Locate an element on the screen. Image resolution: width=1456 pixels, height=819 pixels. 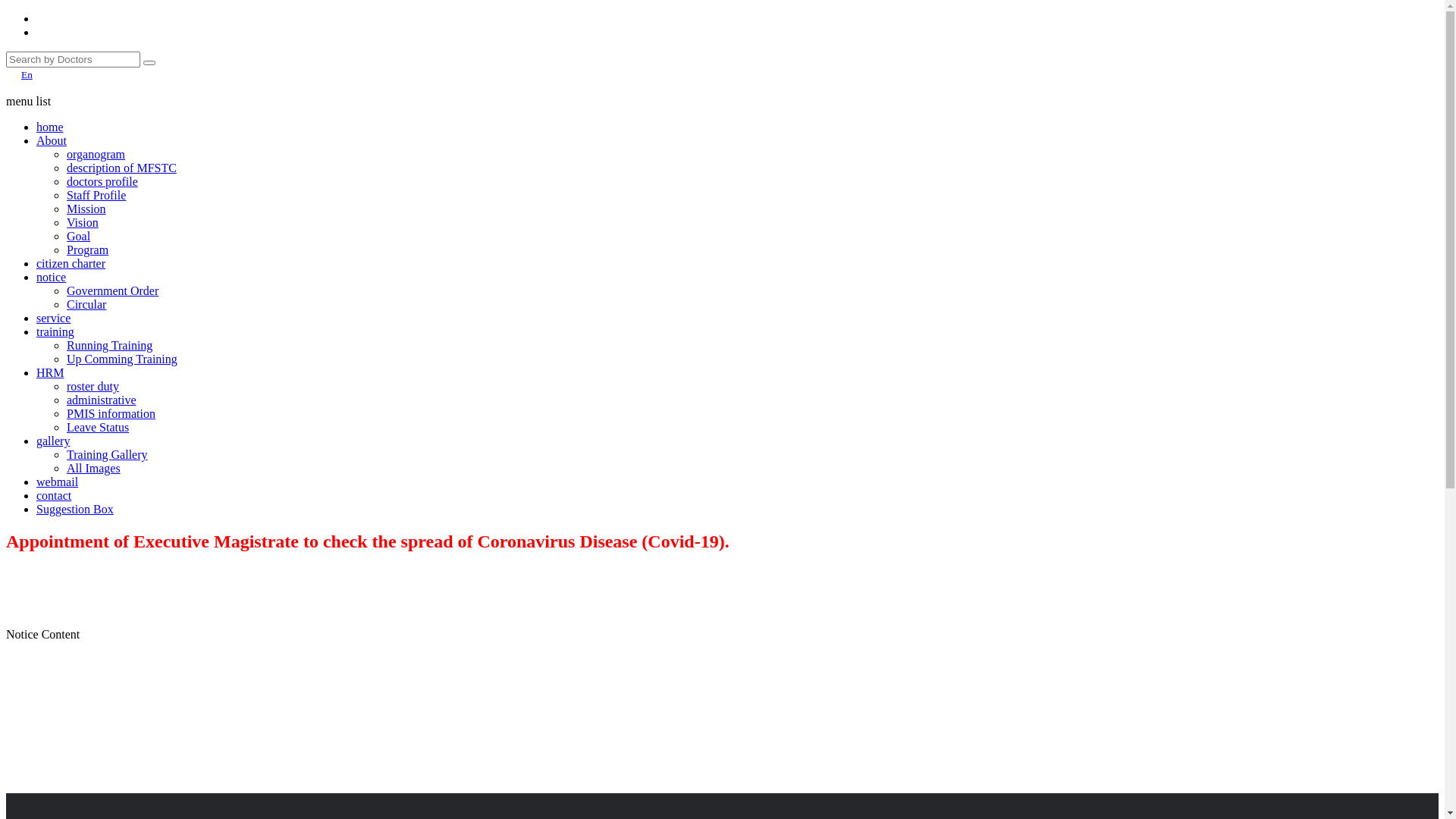
'Mission' is located at coordinates (86, 209).